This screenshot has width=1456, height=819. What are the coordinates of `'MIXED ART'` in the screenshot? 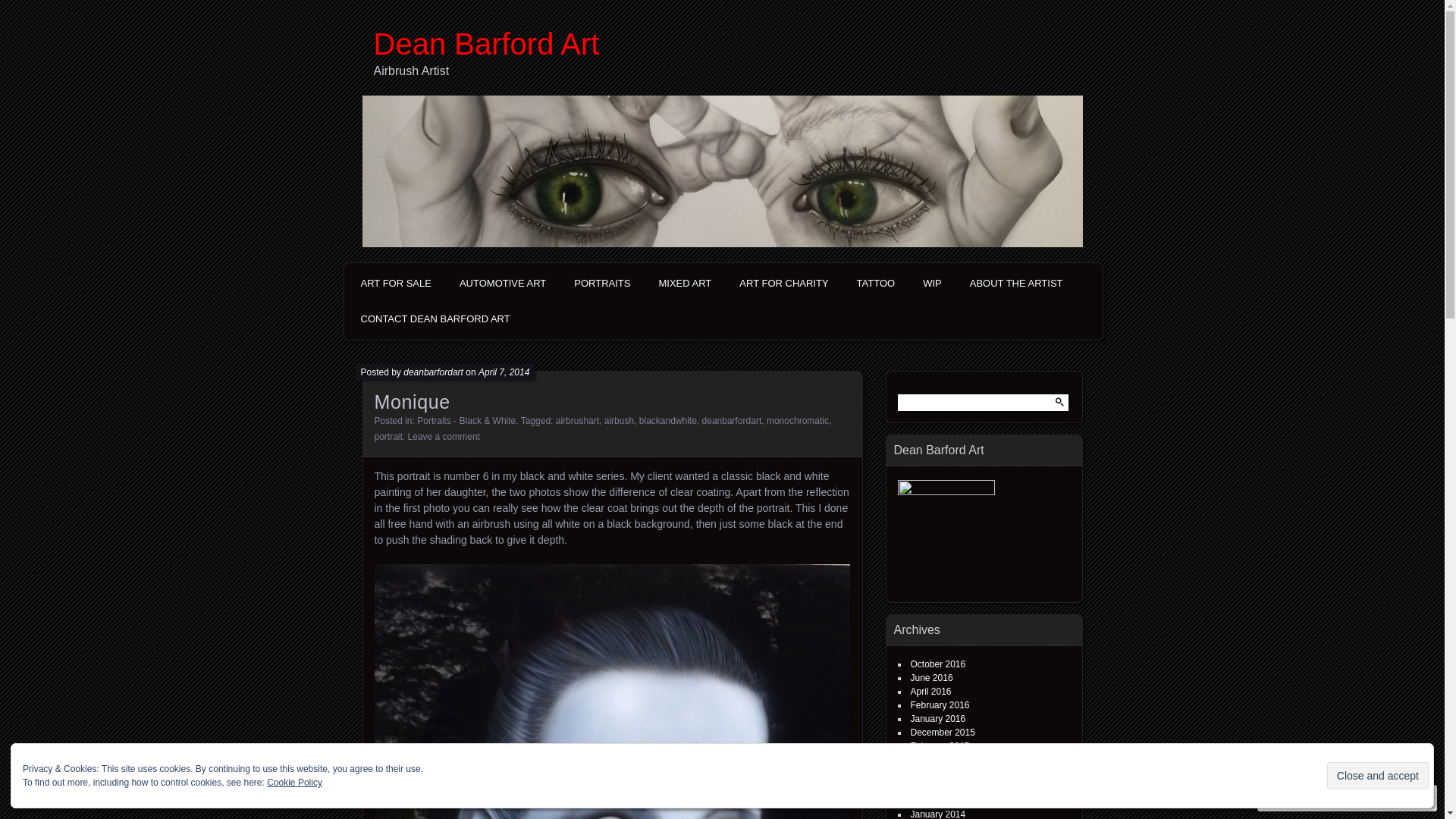 It's located at (683, 284).